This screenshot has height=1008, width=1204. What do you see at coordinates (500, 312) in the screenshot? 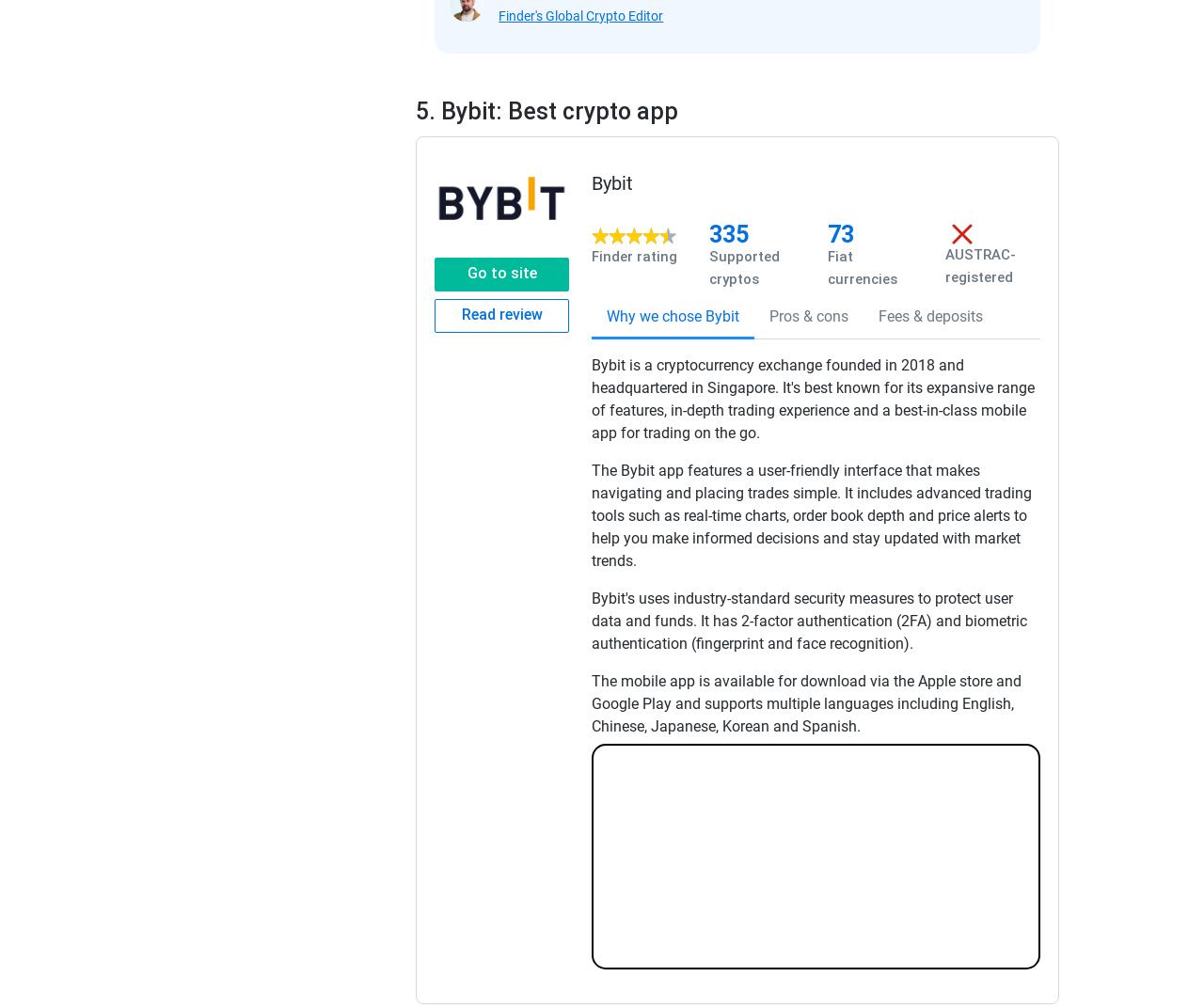
I see `'Read review'` at bounding box center [500, 312].